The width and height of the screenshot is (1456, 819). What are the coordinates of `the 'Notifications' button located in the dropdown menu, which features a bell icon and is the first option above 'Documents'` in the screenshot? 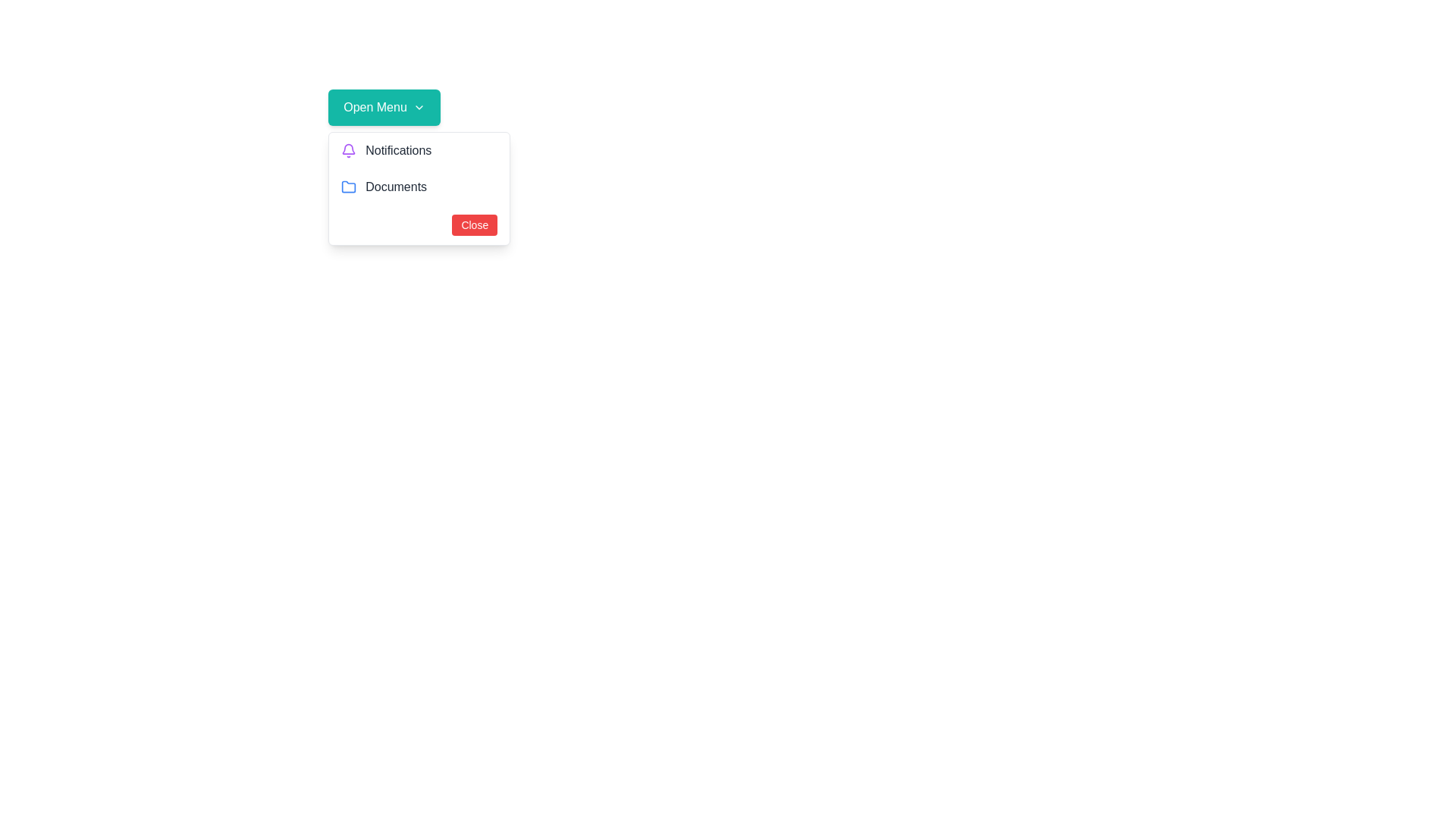 It's located at (419, 151).